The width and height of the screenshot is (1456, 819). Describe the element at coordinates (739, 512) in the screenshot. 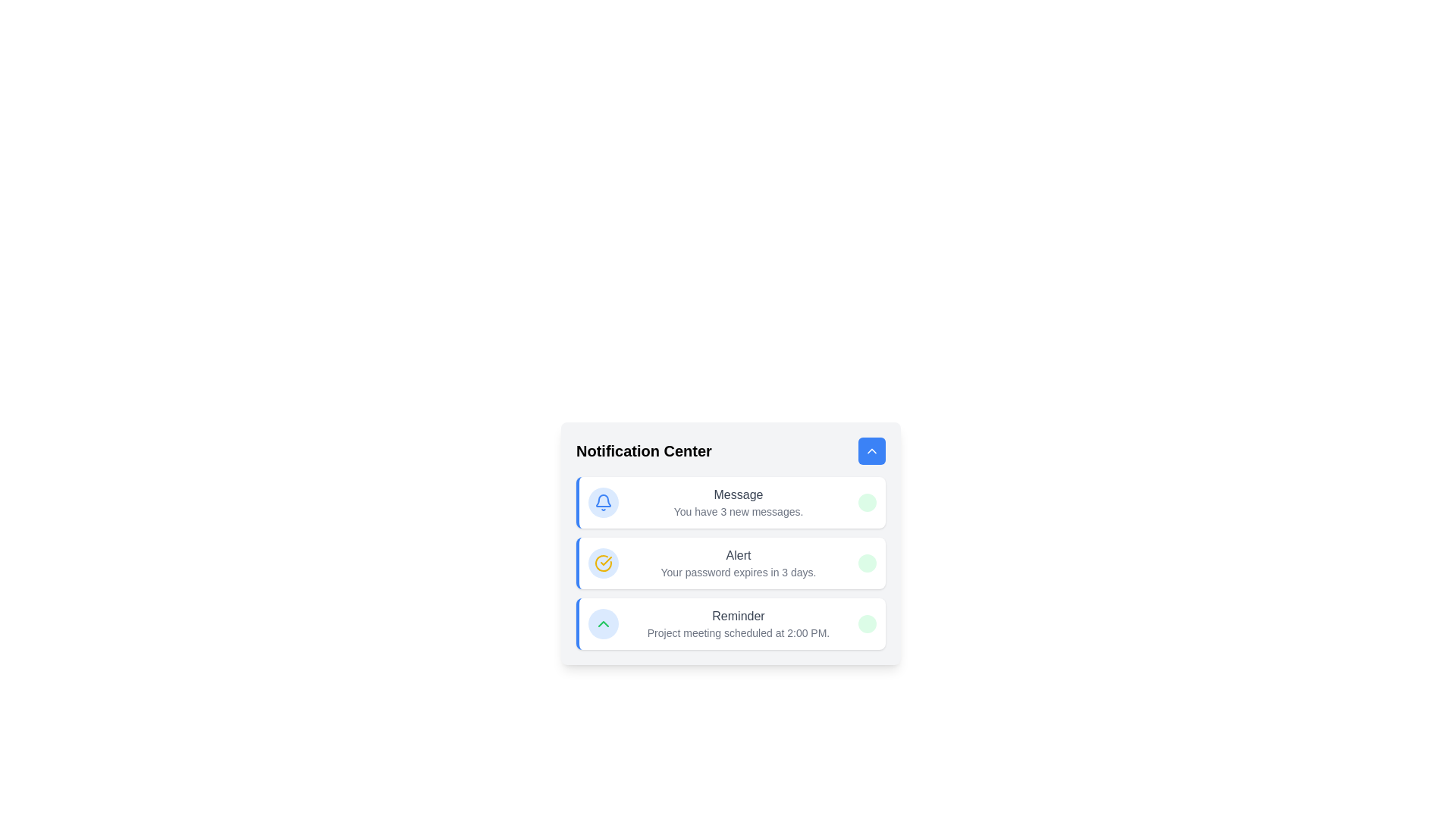

I see `the text label displaying 'You have 3 new messages.' located below the bold text label 'Message' within the notification card` at that location.